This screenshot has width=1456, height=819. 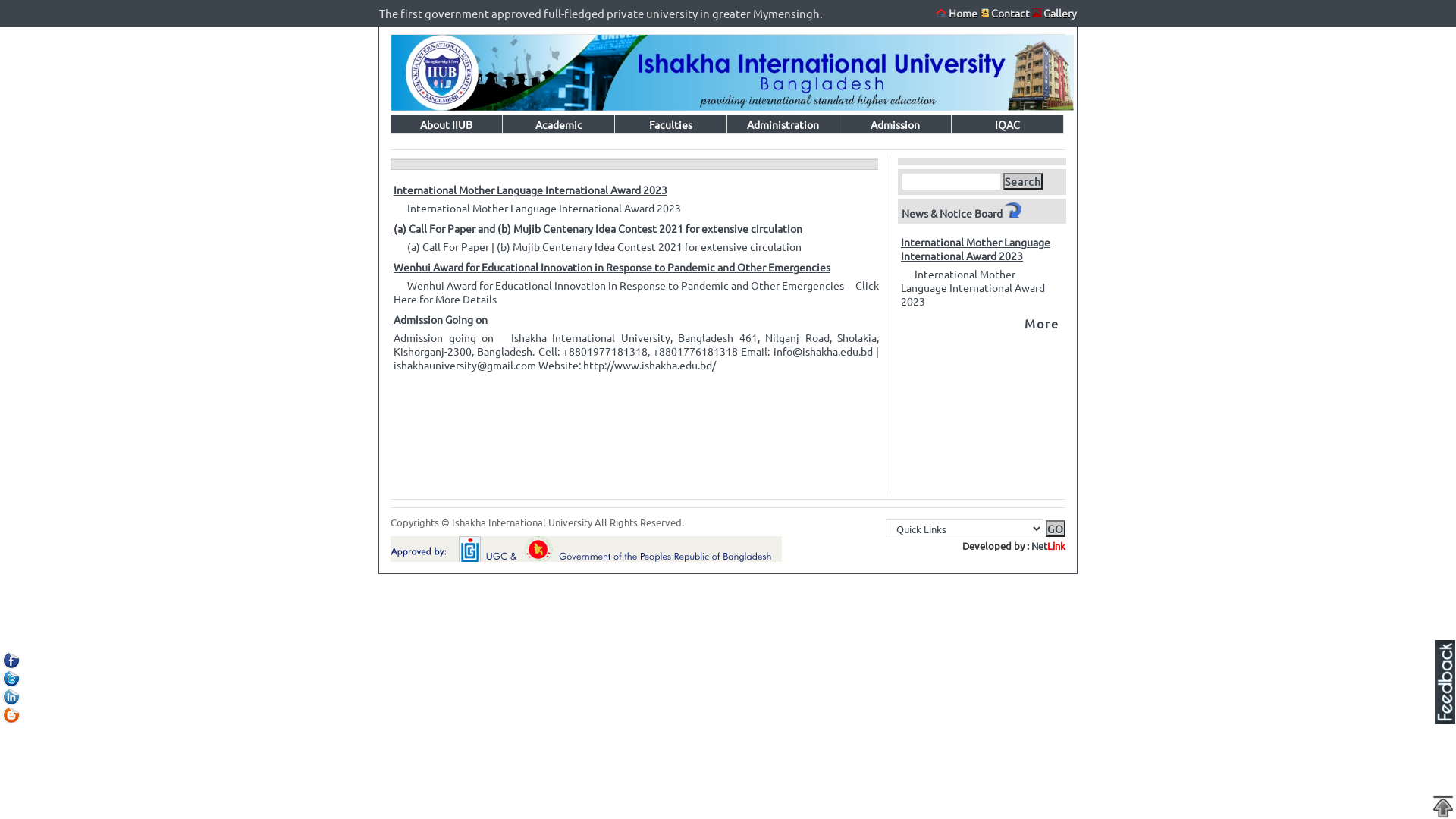 What do you see at coordinates (1040, 322) in the screenshot?
I see `'More'` at bounding box center [1040, 322].